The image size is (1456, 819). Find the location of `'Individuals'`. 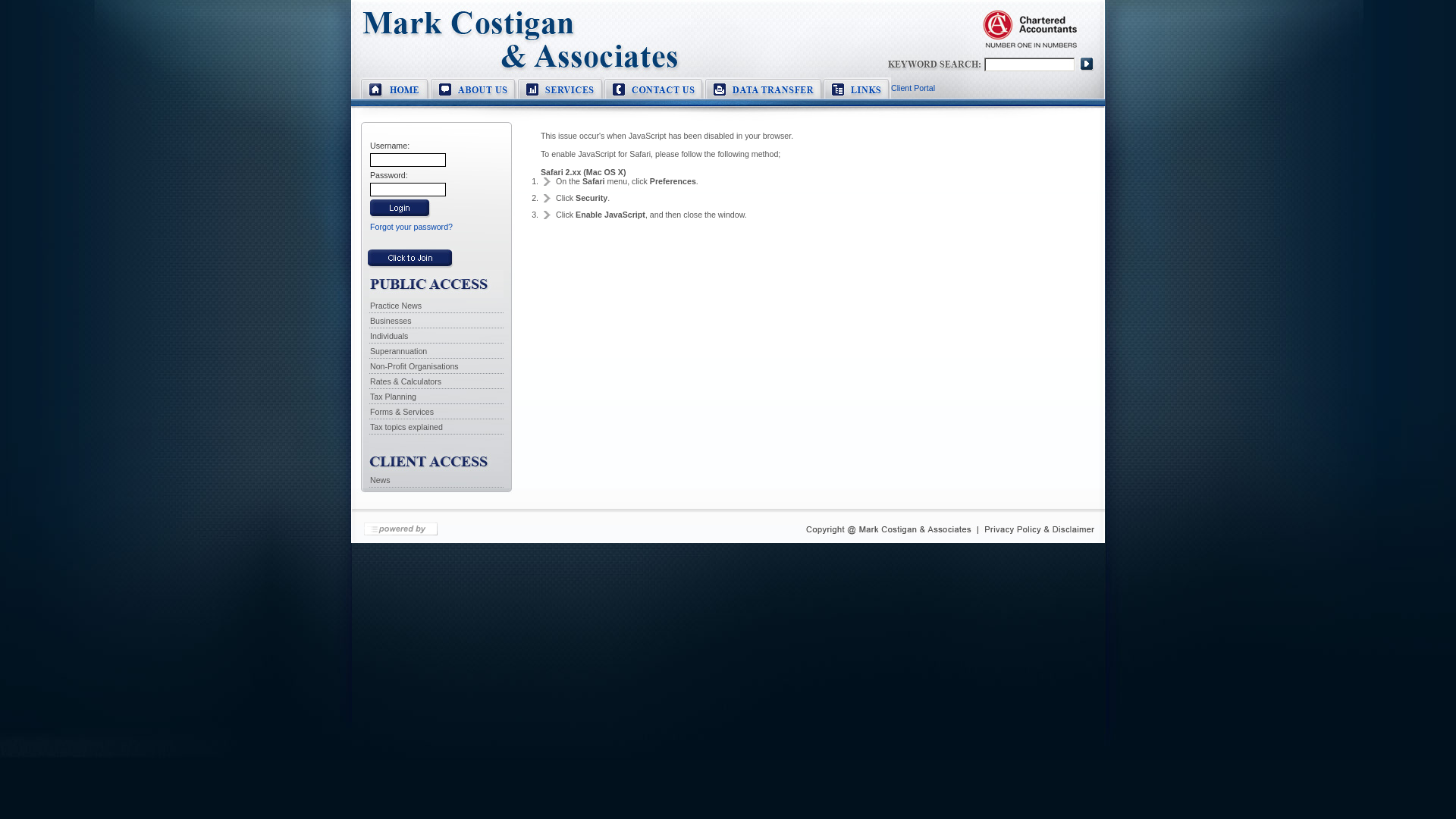

'Individuals' is located at coordinates (370, 335).